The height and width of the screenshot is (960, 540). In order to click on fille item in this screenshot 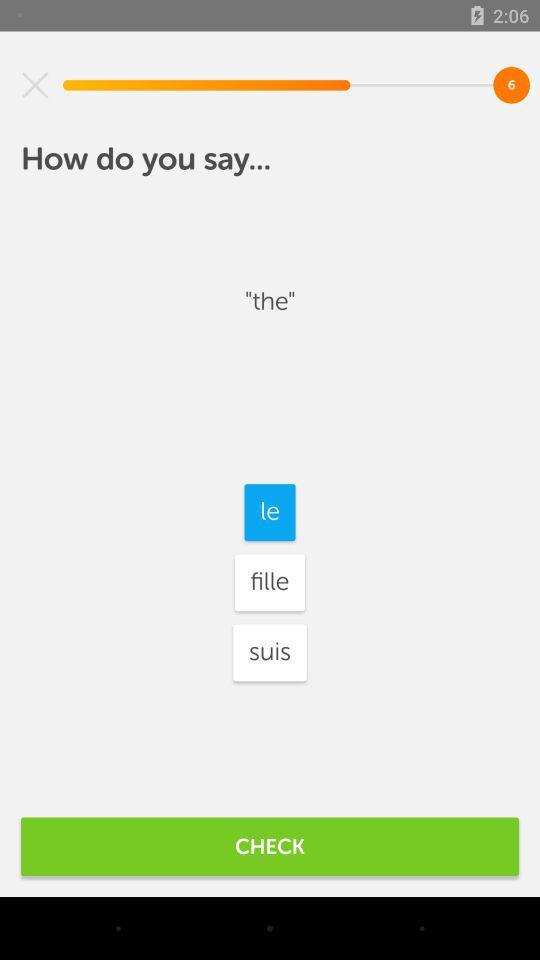, I will do `click(269, 582)`.